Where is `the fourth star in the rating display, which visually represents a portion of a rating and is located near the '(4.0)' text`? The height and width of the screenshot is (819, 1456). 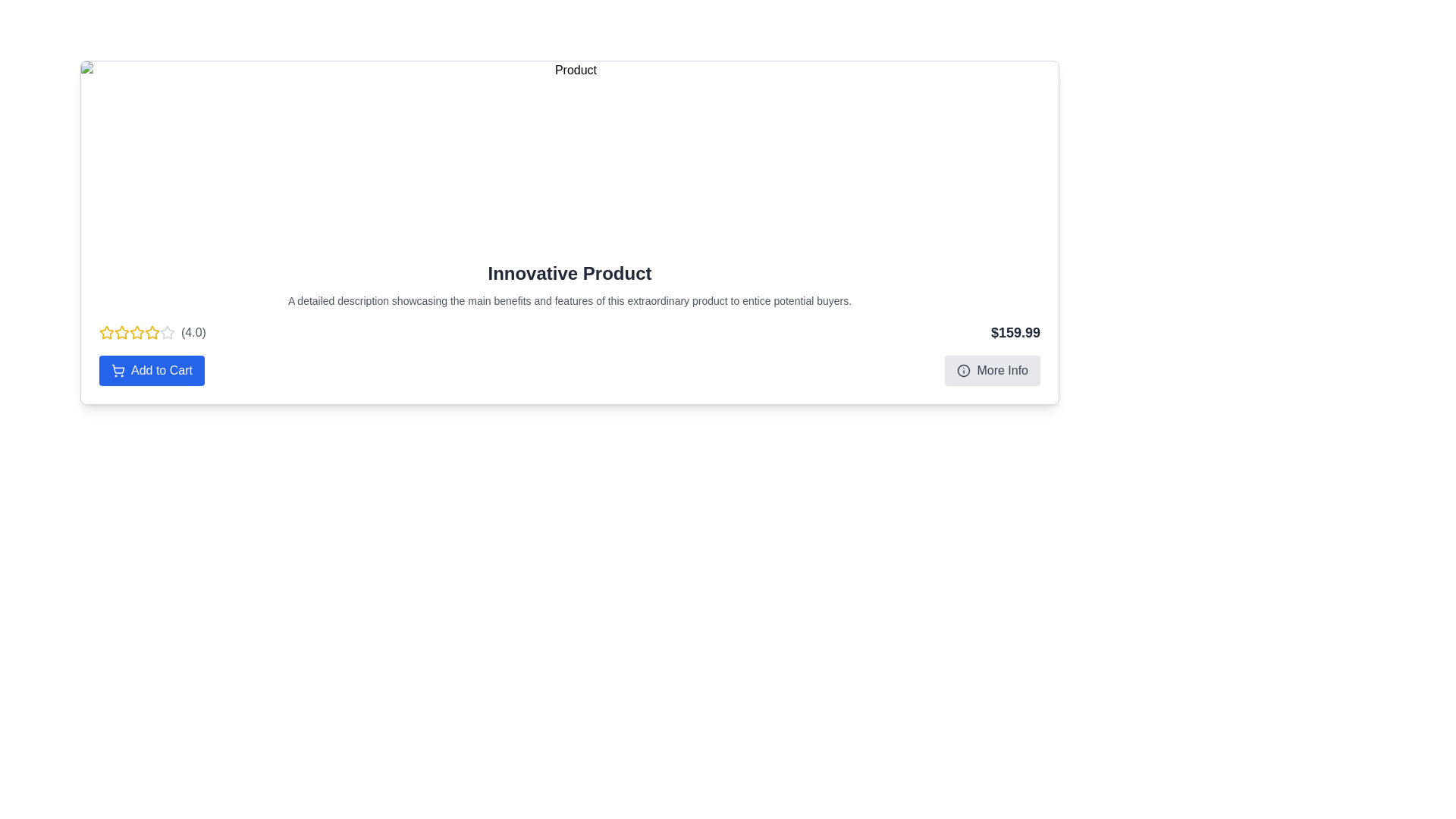 the fourth star in the rating display, which visually represents a portion of a rating and is located near the '(4.0)' text is located at coordinates (152, 332).